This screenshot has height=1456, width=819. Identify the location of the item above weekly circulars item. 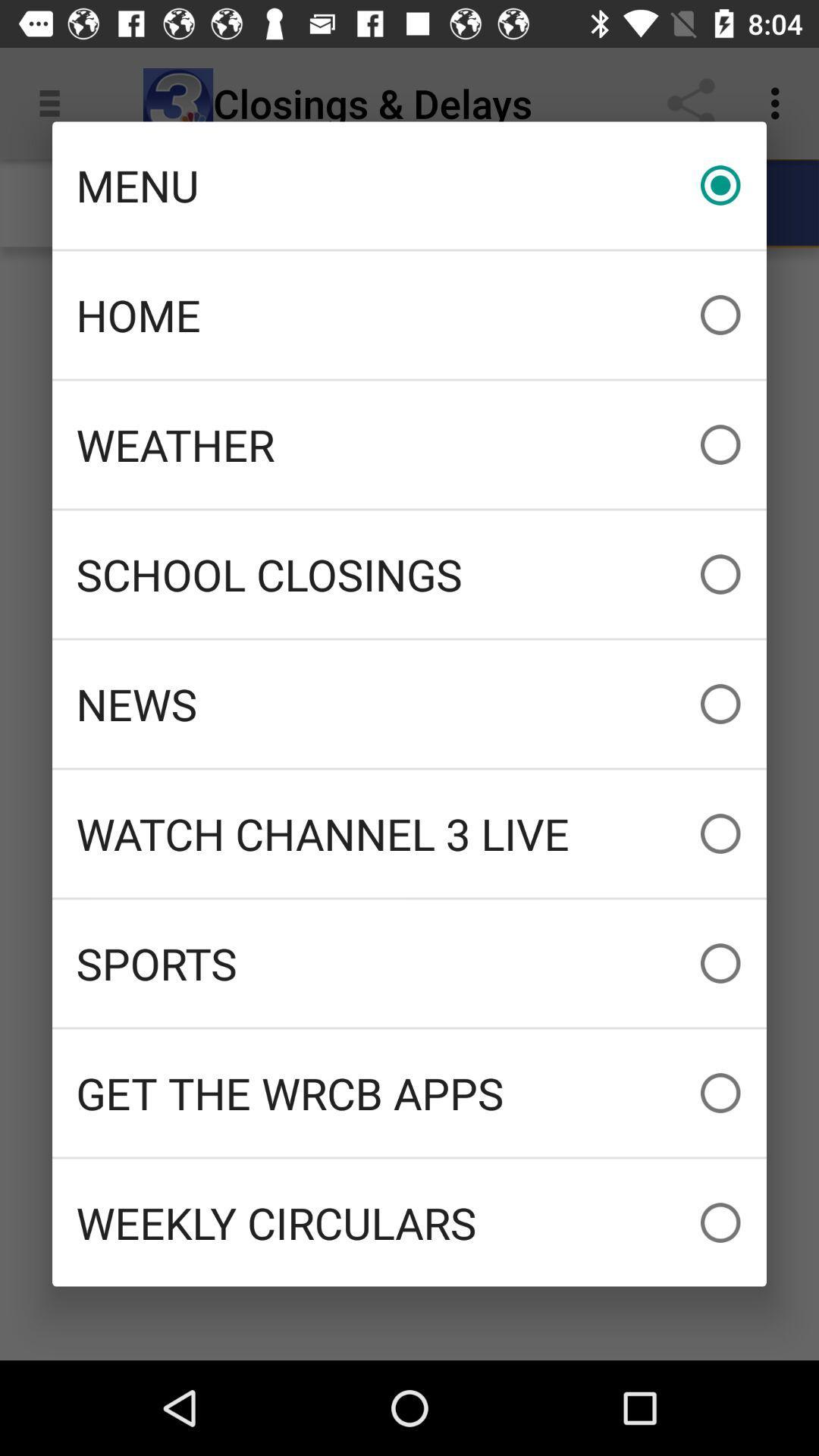
(409, 1093).